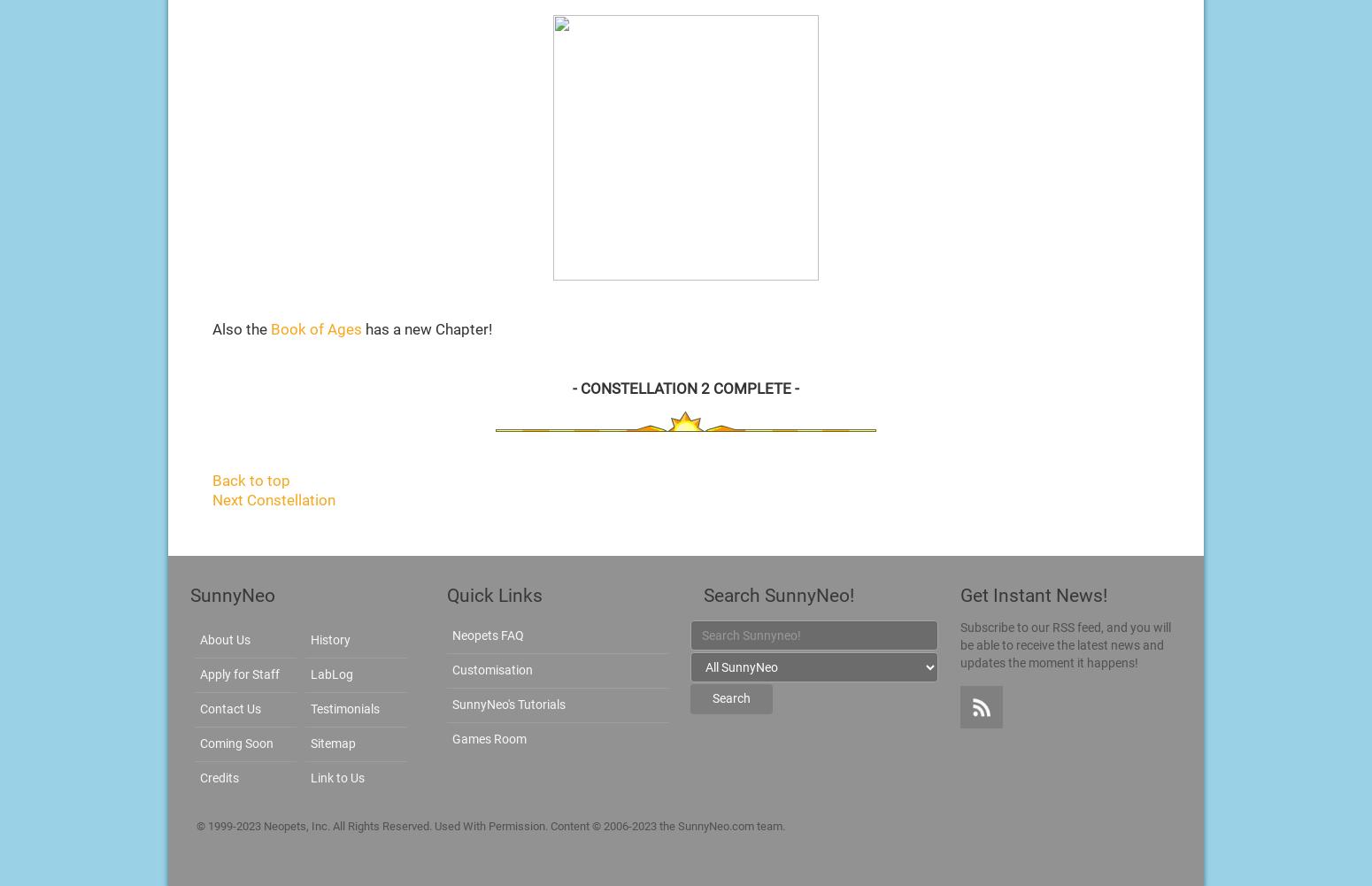  What do you see at coordinates (489, 738) in the screenshot?
I see `'Games Room'` at bounding box center [489, 738].